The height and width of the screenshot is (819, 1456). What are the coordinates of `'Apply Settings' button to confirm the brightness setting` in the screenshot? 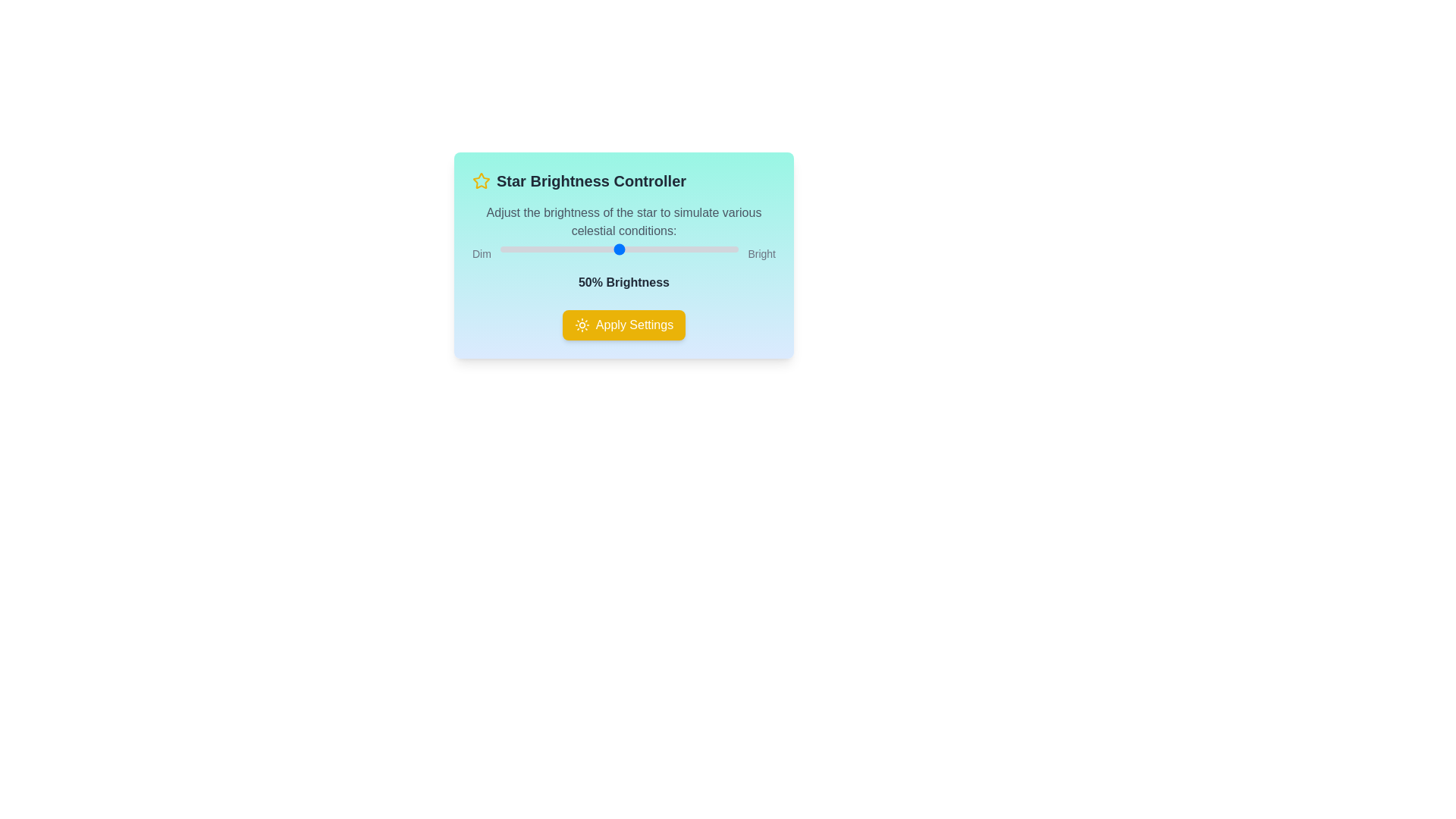 It's located at (623, 324).